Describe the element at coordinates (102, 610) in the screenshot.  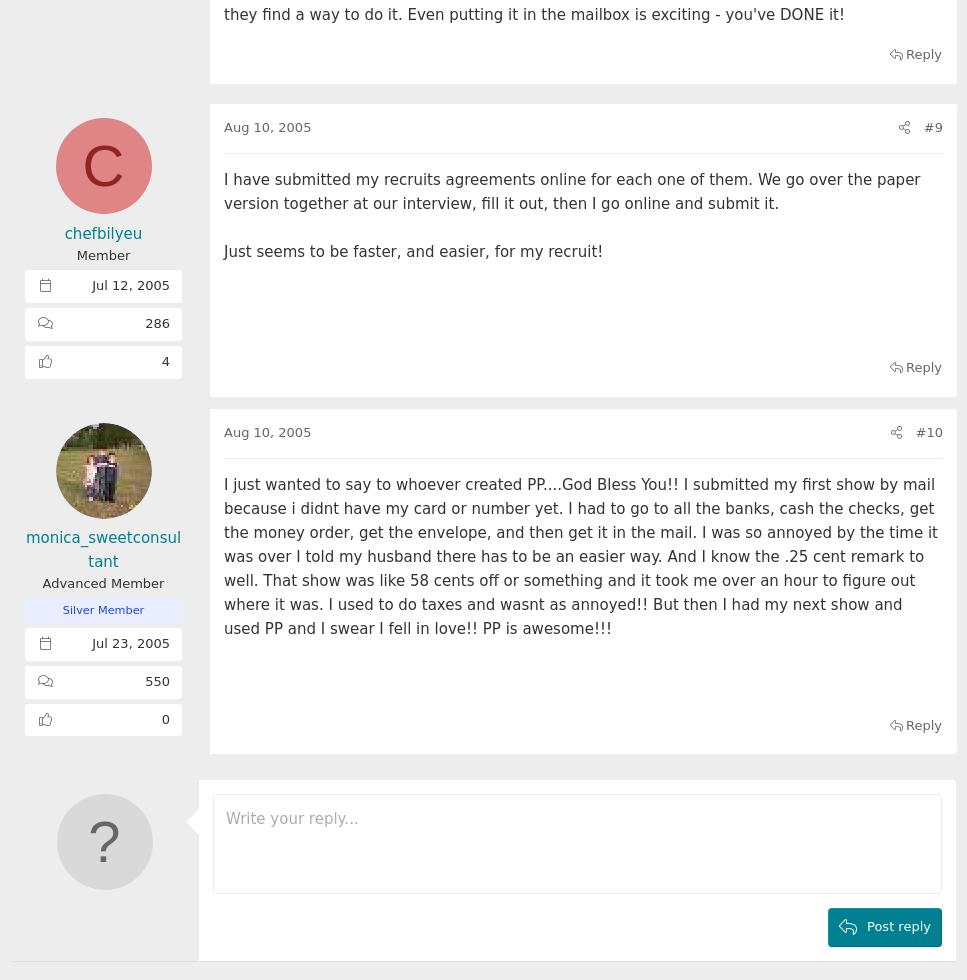
I see `'Silver Member'` at that location.